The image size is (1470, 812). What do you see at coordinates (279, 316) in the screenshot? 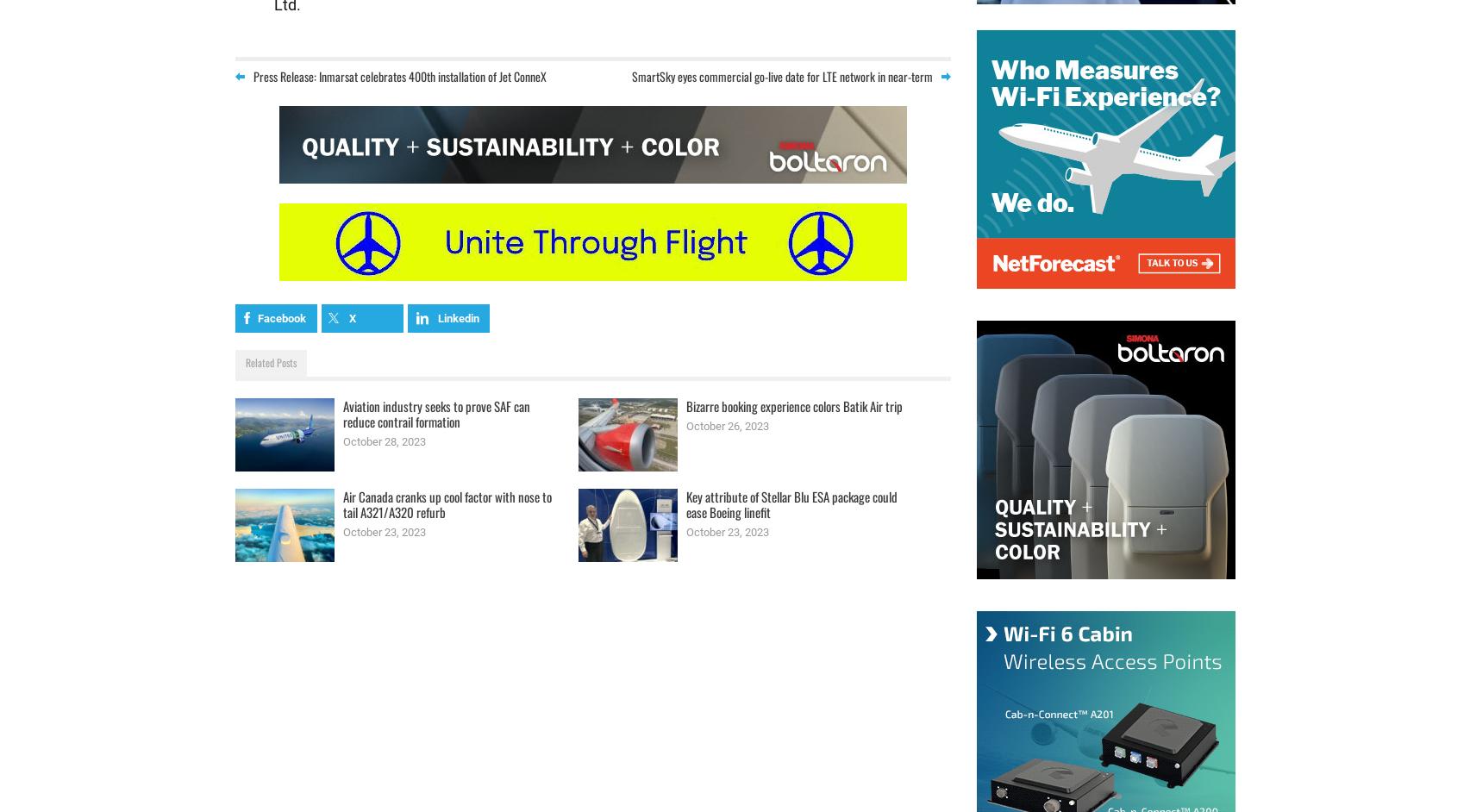
I see `'Facebook'` at bounding box center [279, 316].